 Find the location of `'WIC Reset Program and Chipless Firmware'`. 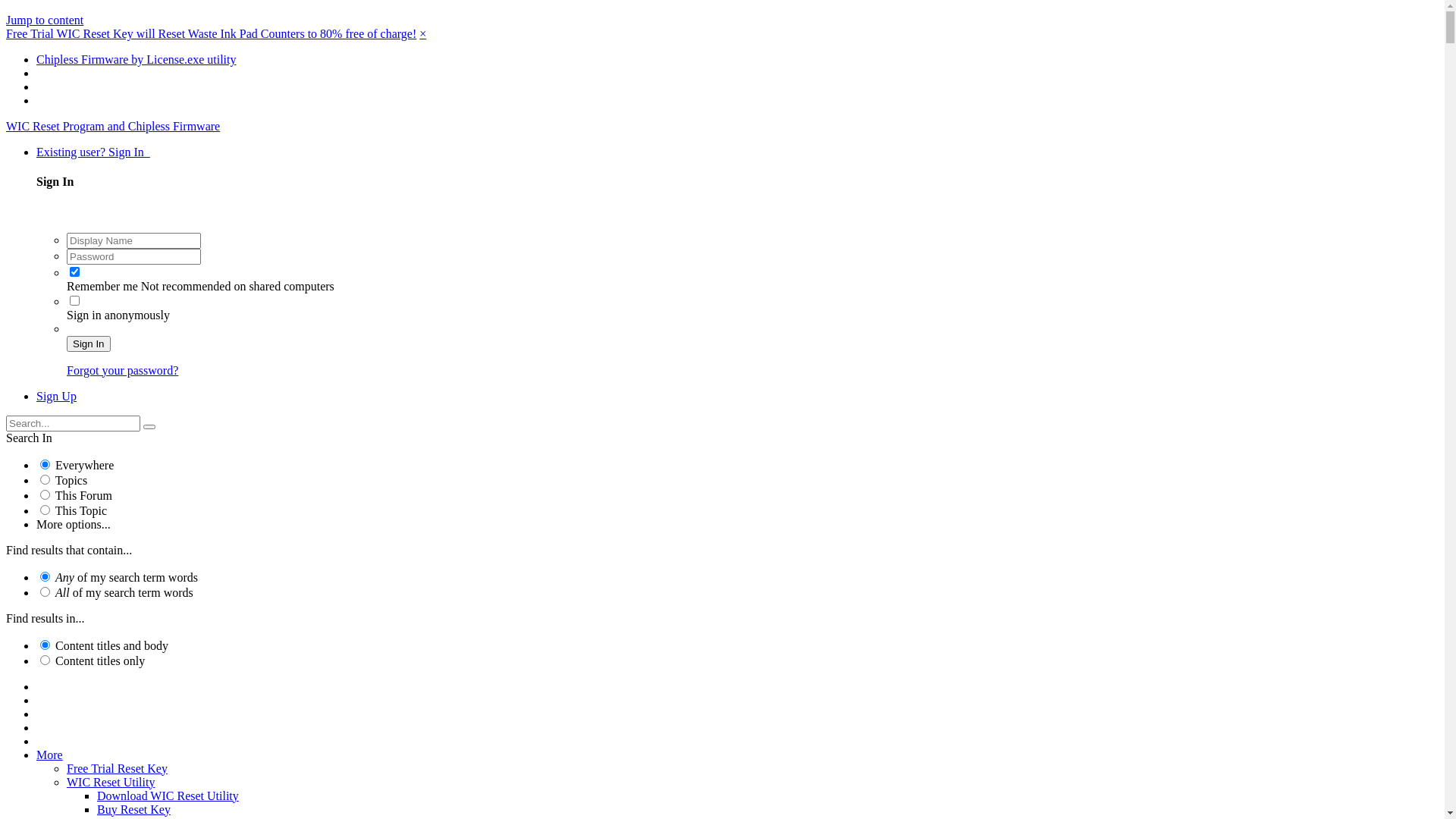

'WIC Reset Program and Chipless Firmware' is located at coordinates (6, 125).